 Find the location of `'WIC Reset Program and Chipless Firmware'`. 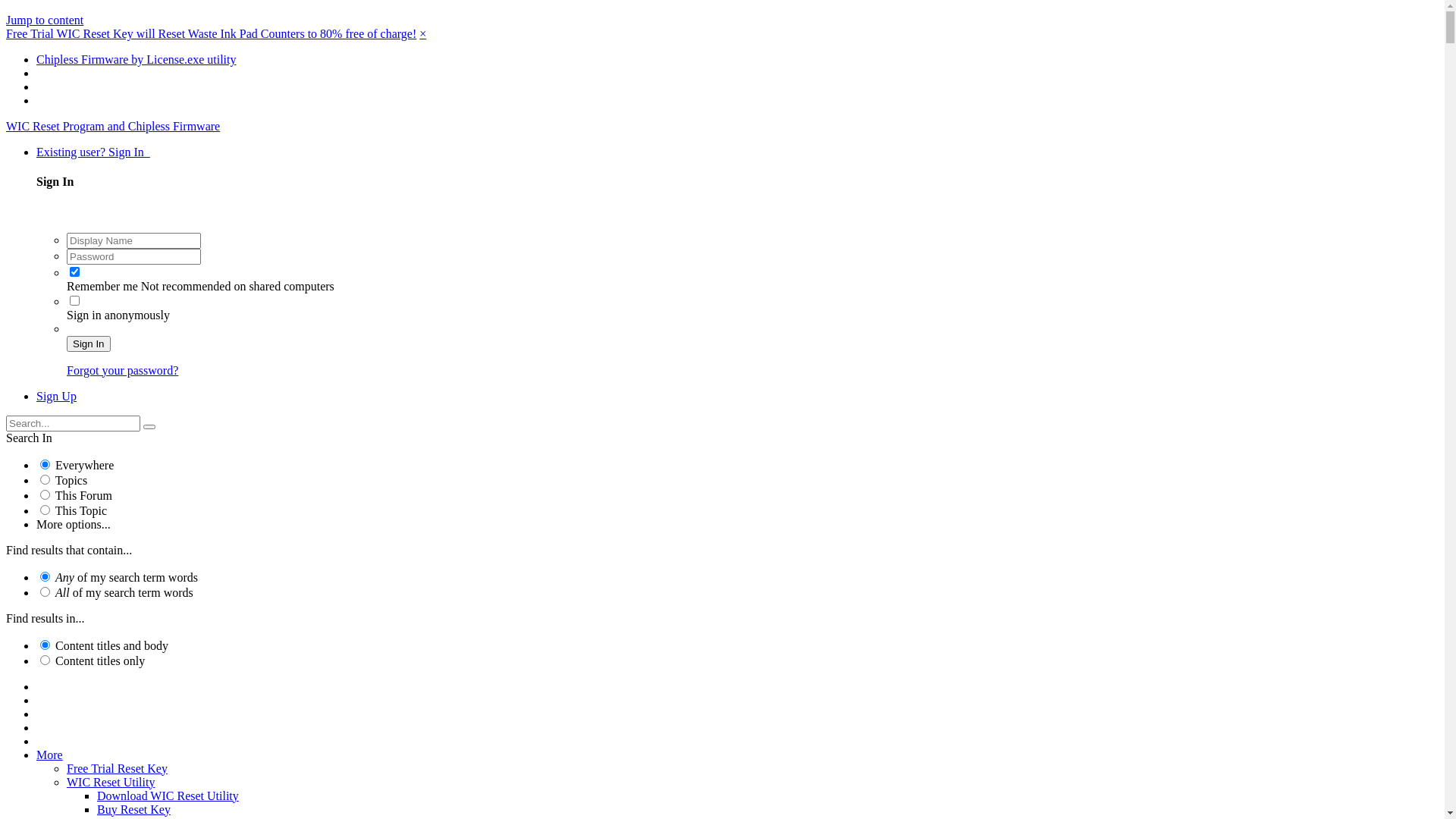

'WIC Reset Program and Chipless Firmware' is located at coordinates (6, 125).